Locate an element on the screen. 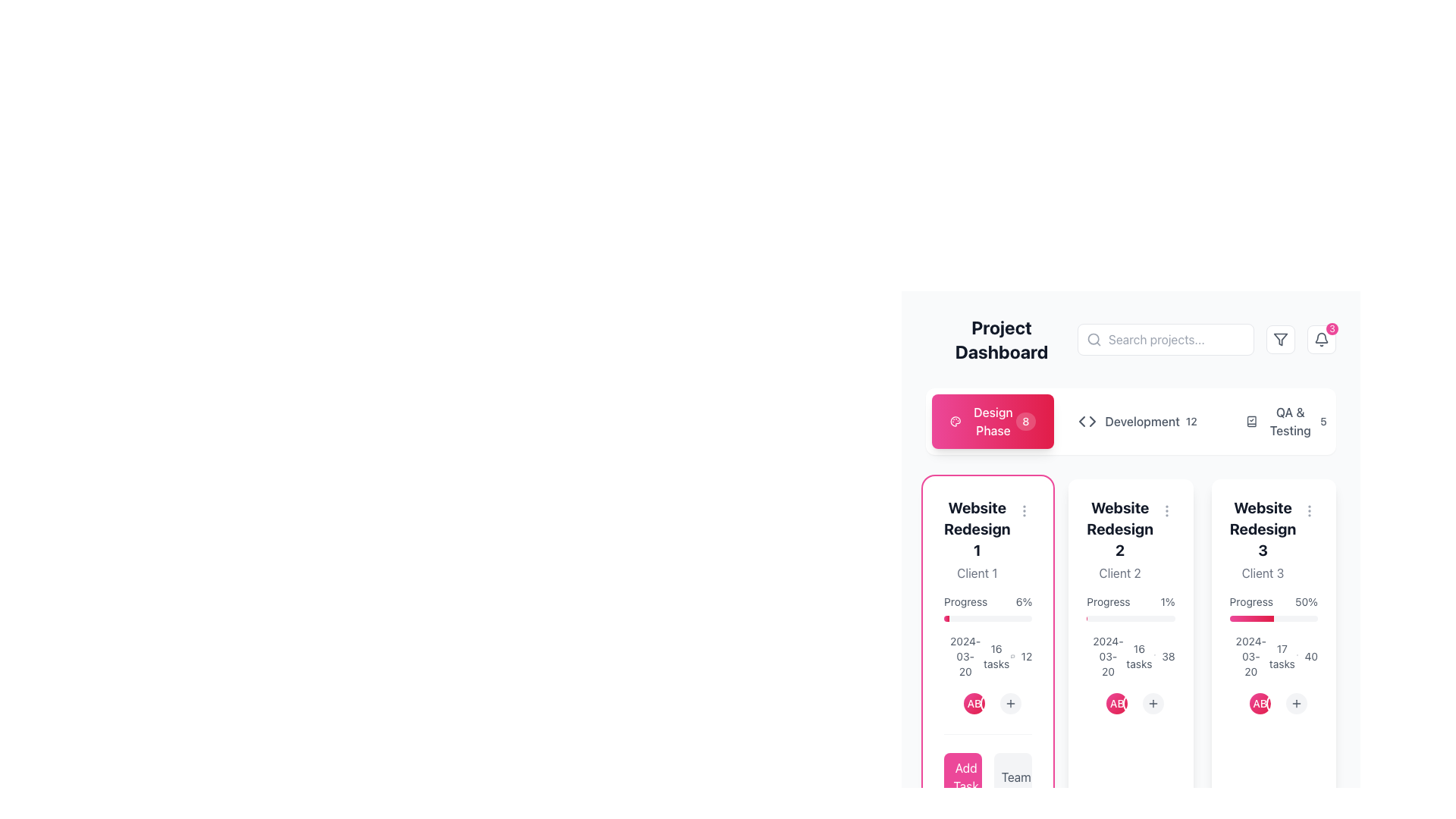  the user avatars in the composite UI component located in the lower section of the 'Website Redesign 2' card is located at coordinates (1126, 704).